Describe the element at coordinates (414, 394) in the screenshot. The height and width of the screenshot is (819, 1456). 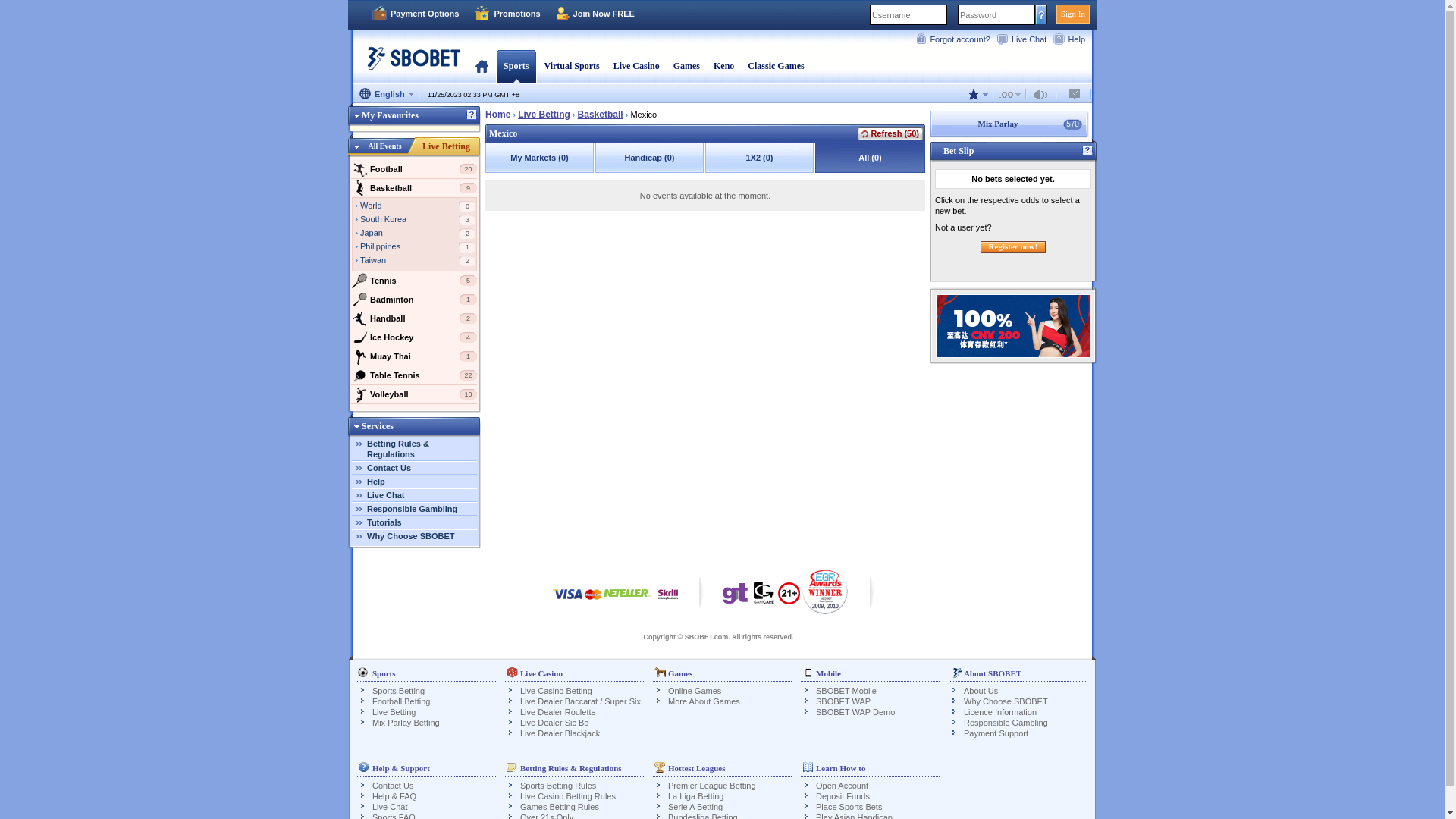
I see `'Volleyball` at that location.